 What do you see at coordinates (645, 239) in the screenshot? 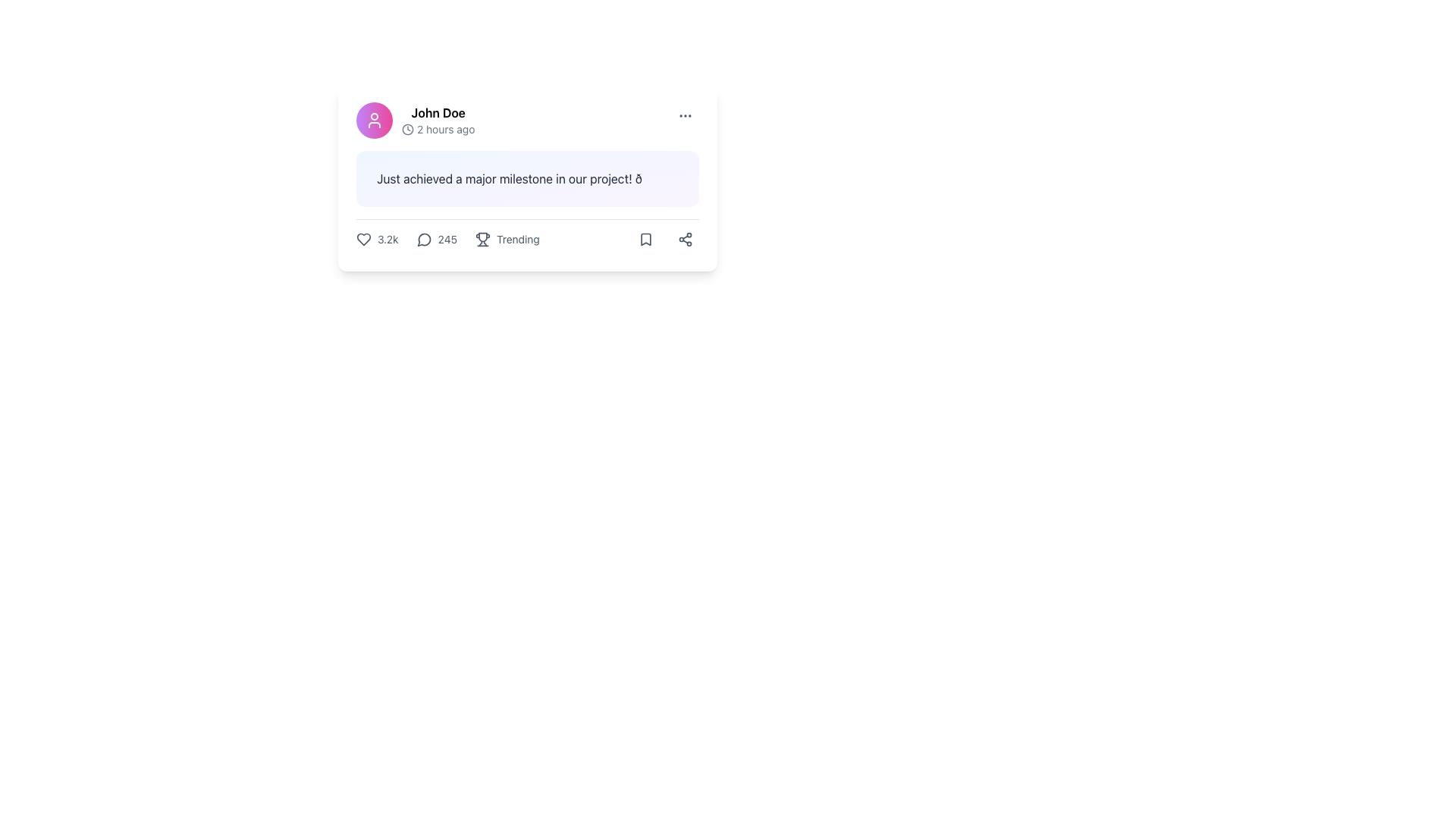
I see `the interactive bookmark icon located at the rightmost position of the user engagement section in a user's post card to bookmark the post` at bounding box center [645, 239].